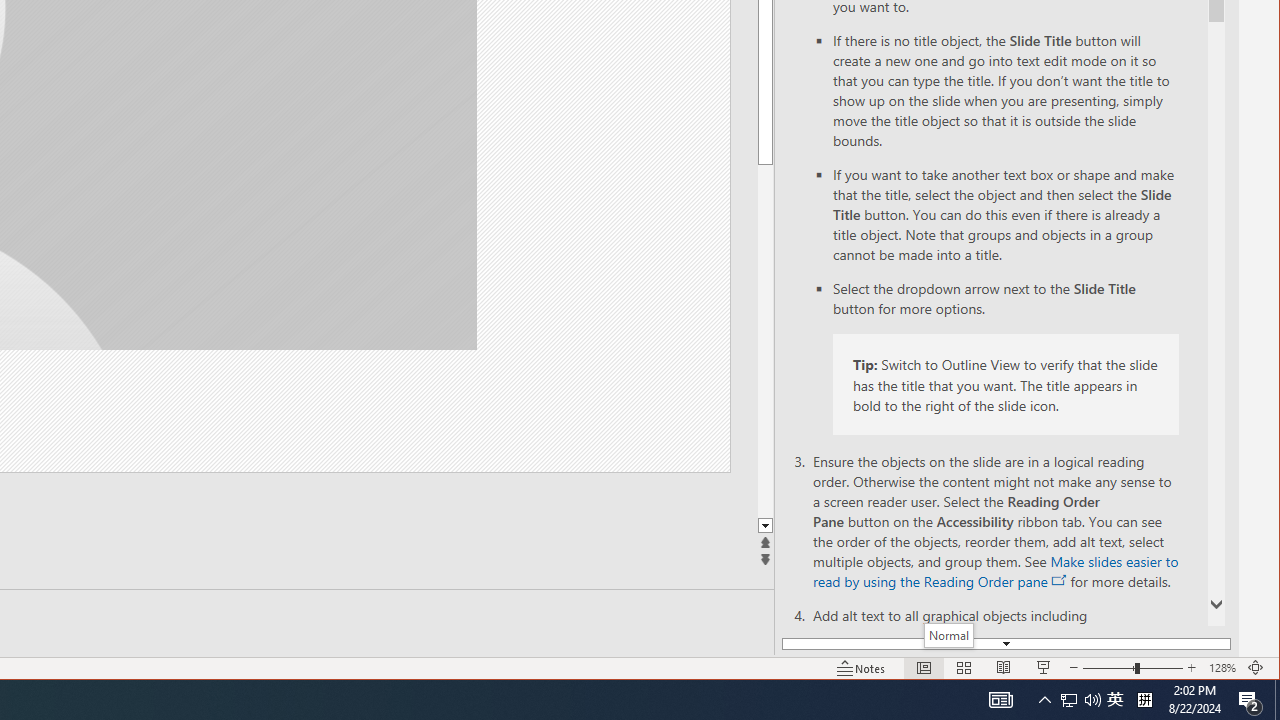 Image resolution: width=1280 pixels, height=720 pixels. I want to click on 'Zoom to Fit ', so click(1255, 668).